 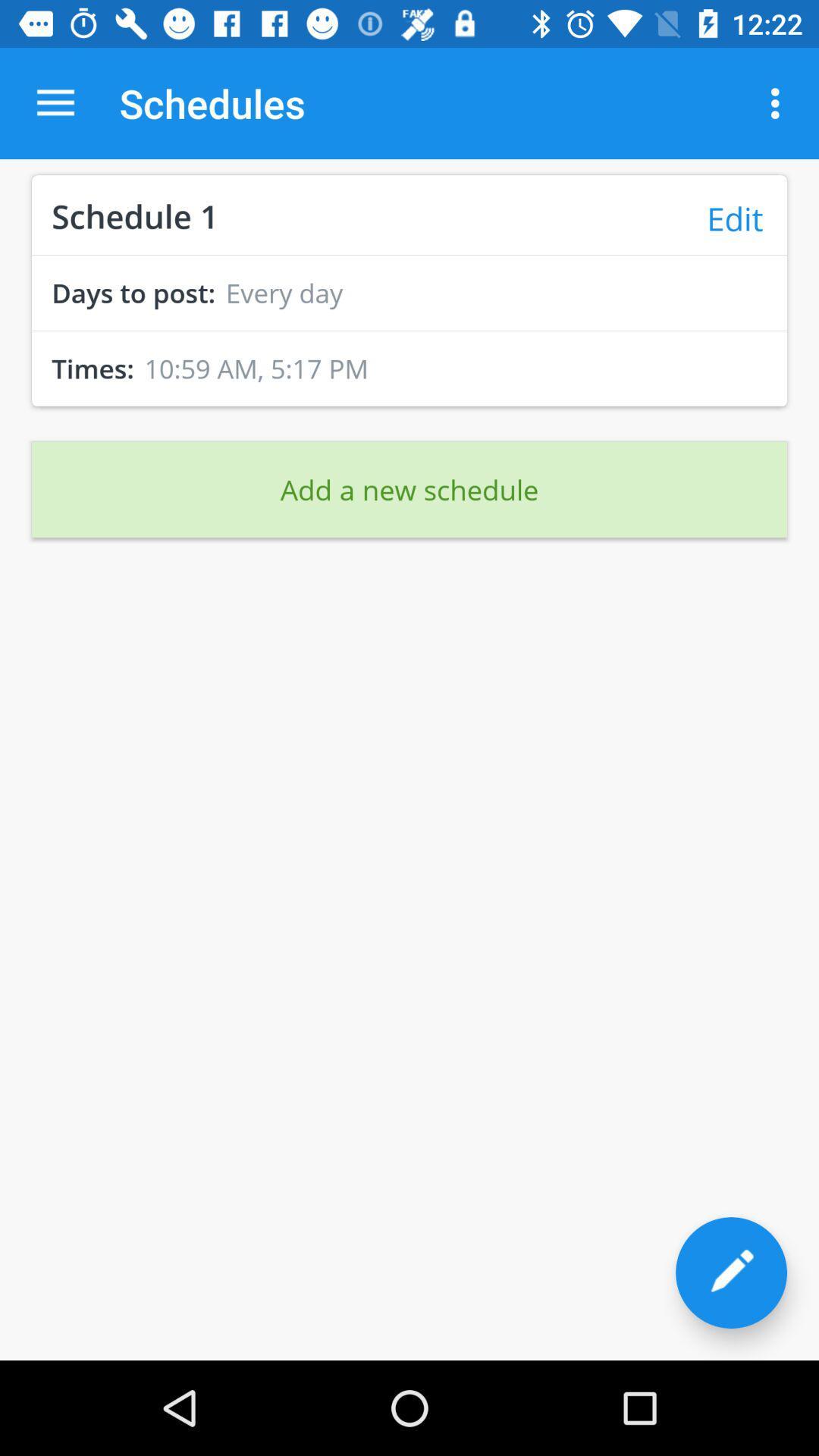 I want to click on the icon to the left of edit item, so click(x=134, y=214).